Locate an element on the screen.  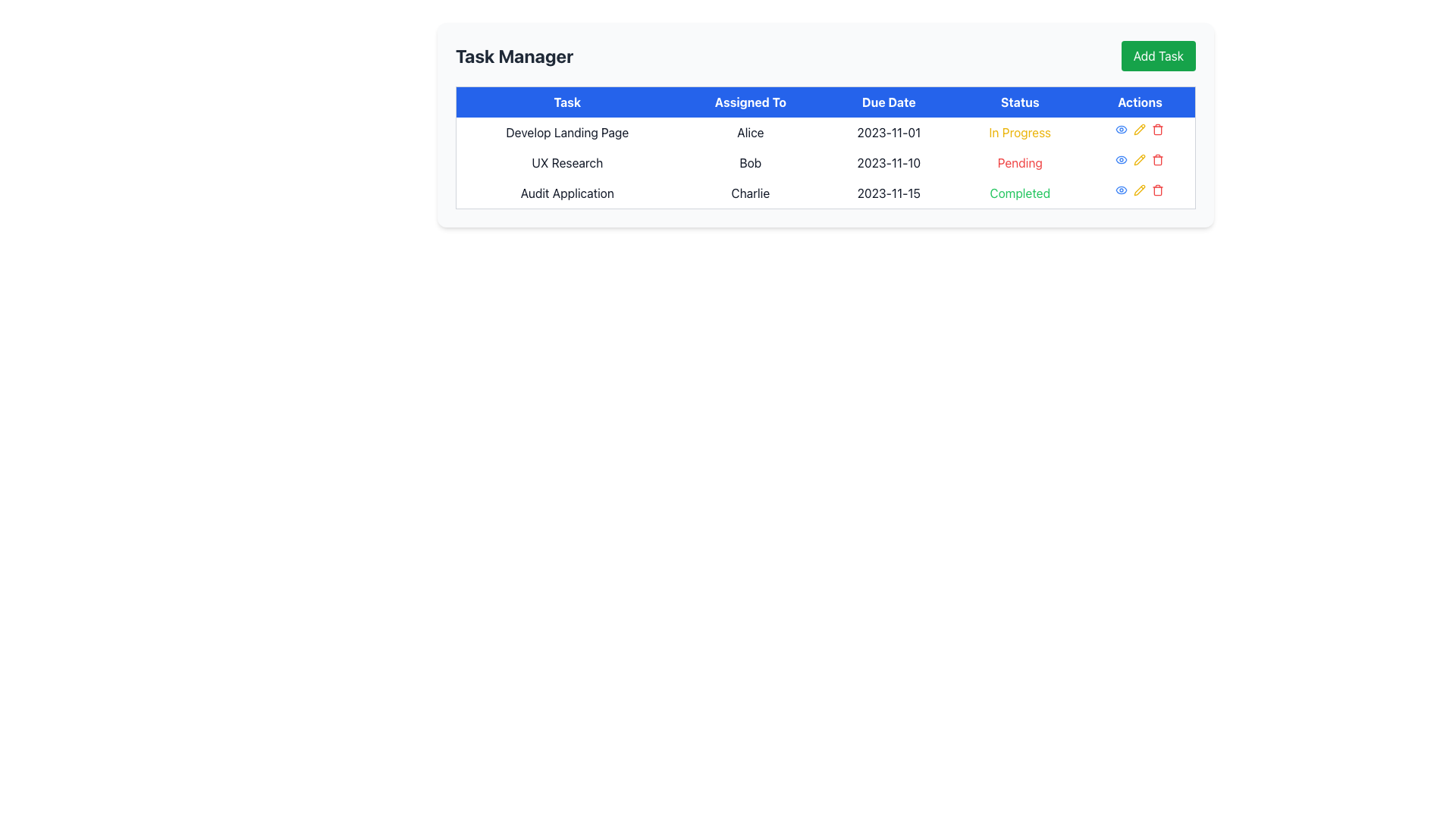
displayed text 'UX Research' from the Text Label located in the second row of the table under the 'Task' column, positioned before 'Bob' and after 'Develop Landing Page' is located at coordinates (566, 163).